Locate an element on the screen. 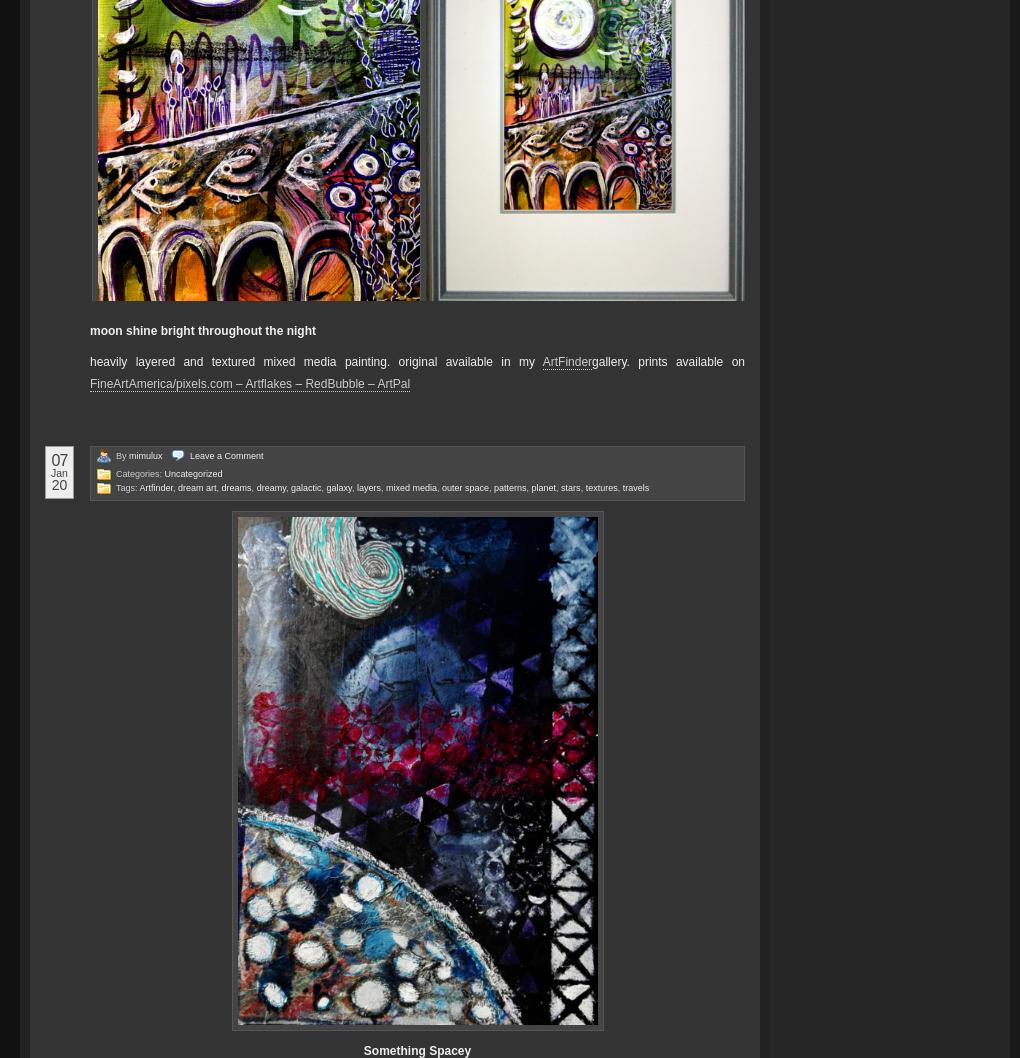  'gallery. prints available on' is located at coordinates (668, 362).